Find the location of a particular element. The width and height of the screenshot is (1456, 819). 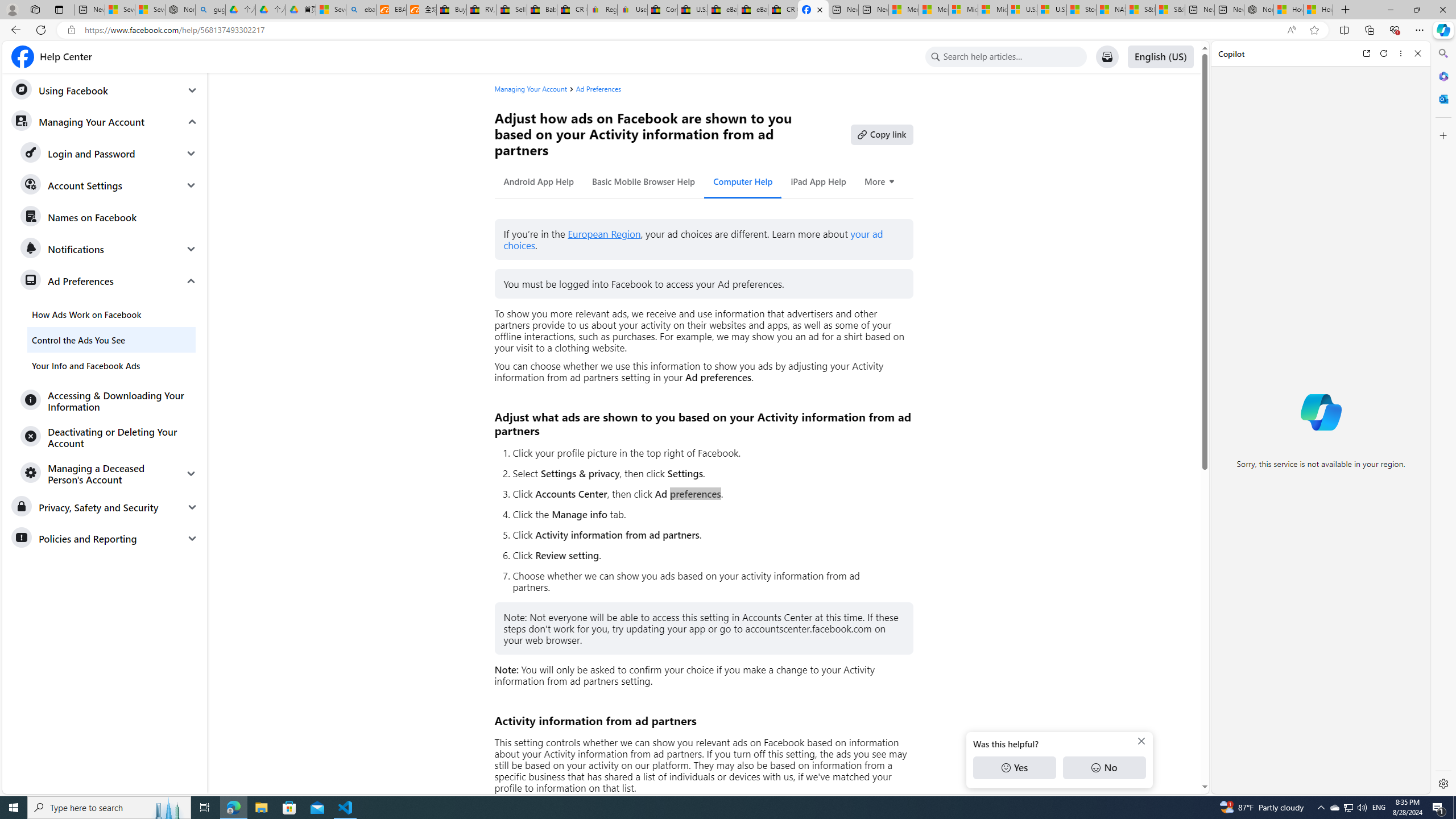

'Buy Auto Parts & Accessories | eBay' is located at coordinates (450, 9).